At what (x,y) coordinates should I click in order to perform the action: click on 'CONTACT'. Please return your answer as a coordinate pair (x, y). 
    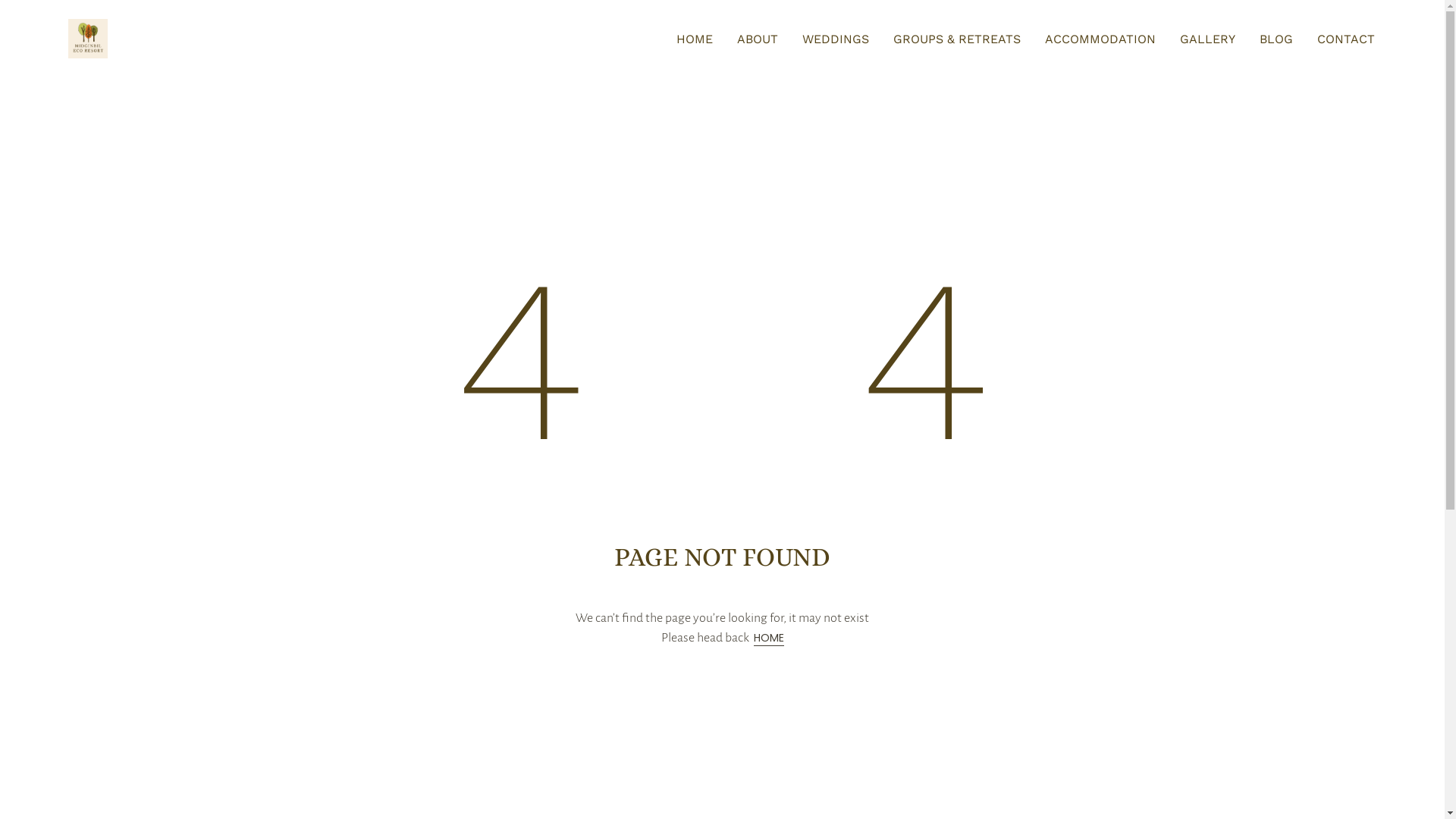
    Looking at the image, I should click on (1316, 38).